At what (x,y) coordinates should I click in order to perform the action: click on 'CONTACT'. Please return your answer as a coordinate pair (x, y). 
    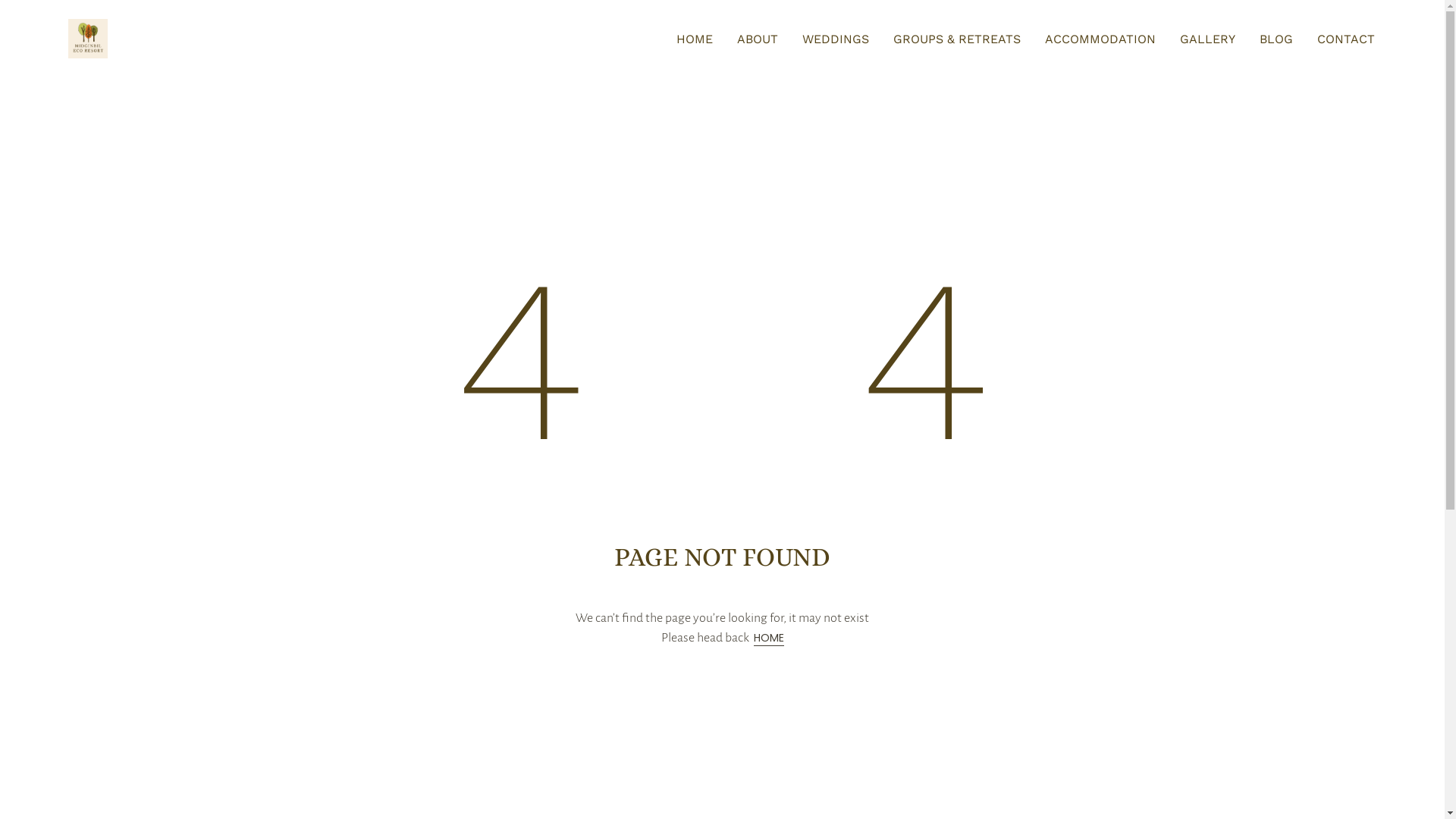
    Looking at the image, I should click on (1316, 38).